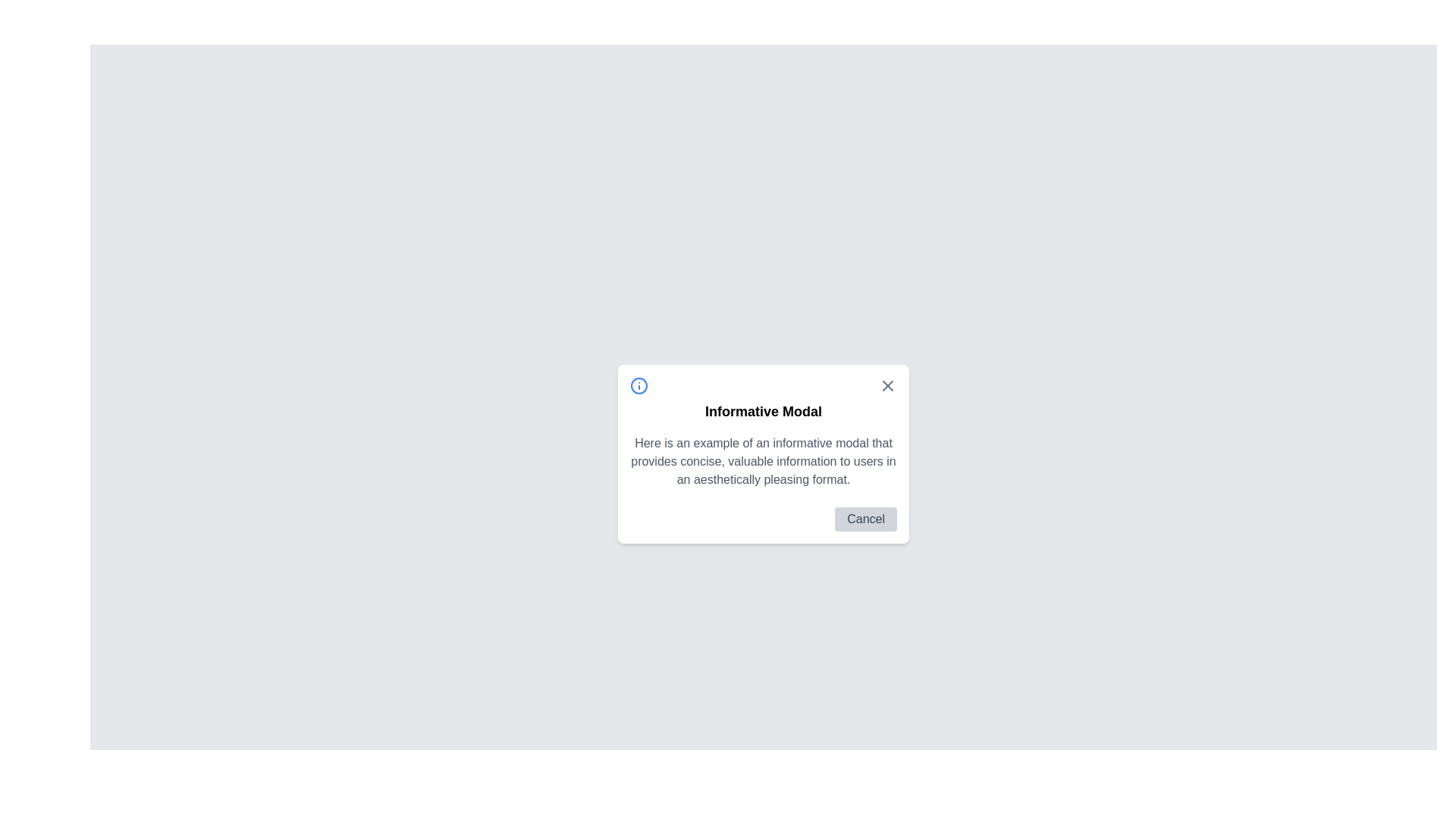  Describe the element at coordinates (639, 385) in the screenshot. I see `circular SVG element representing the 'info' symbol located at the upper-left corner of the modal dialog titled 'Informative Modal'` at that location.